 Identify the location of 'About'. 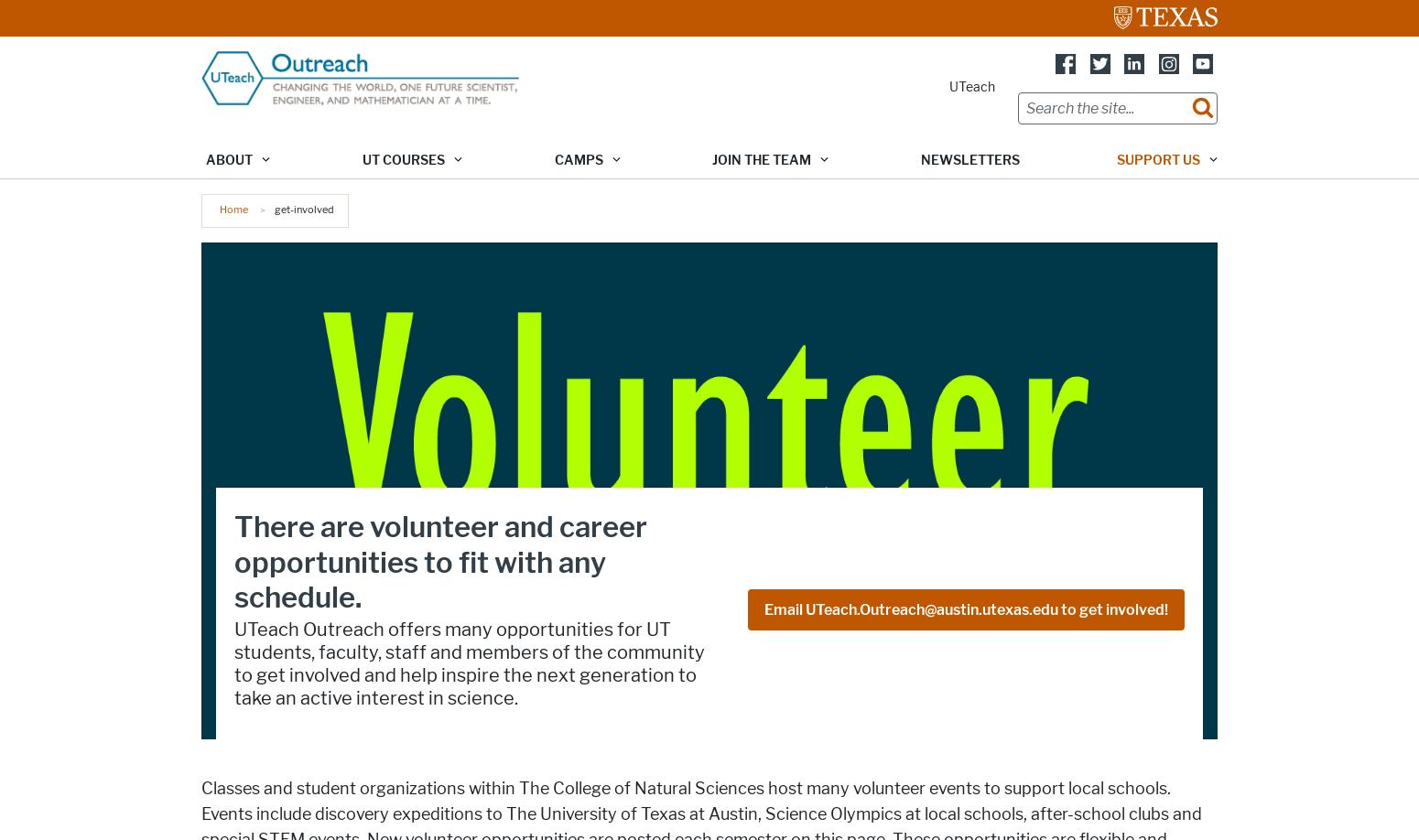
(205, 160).